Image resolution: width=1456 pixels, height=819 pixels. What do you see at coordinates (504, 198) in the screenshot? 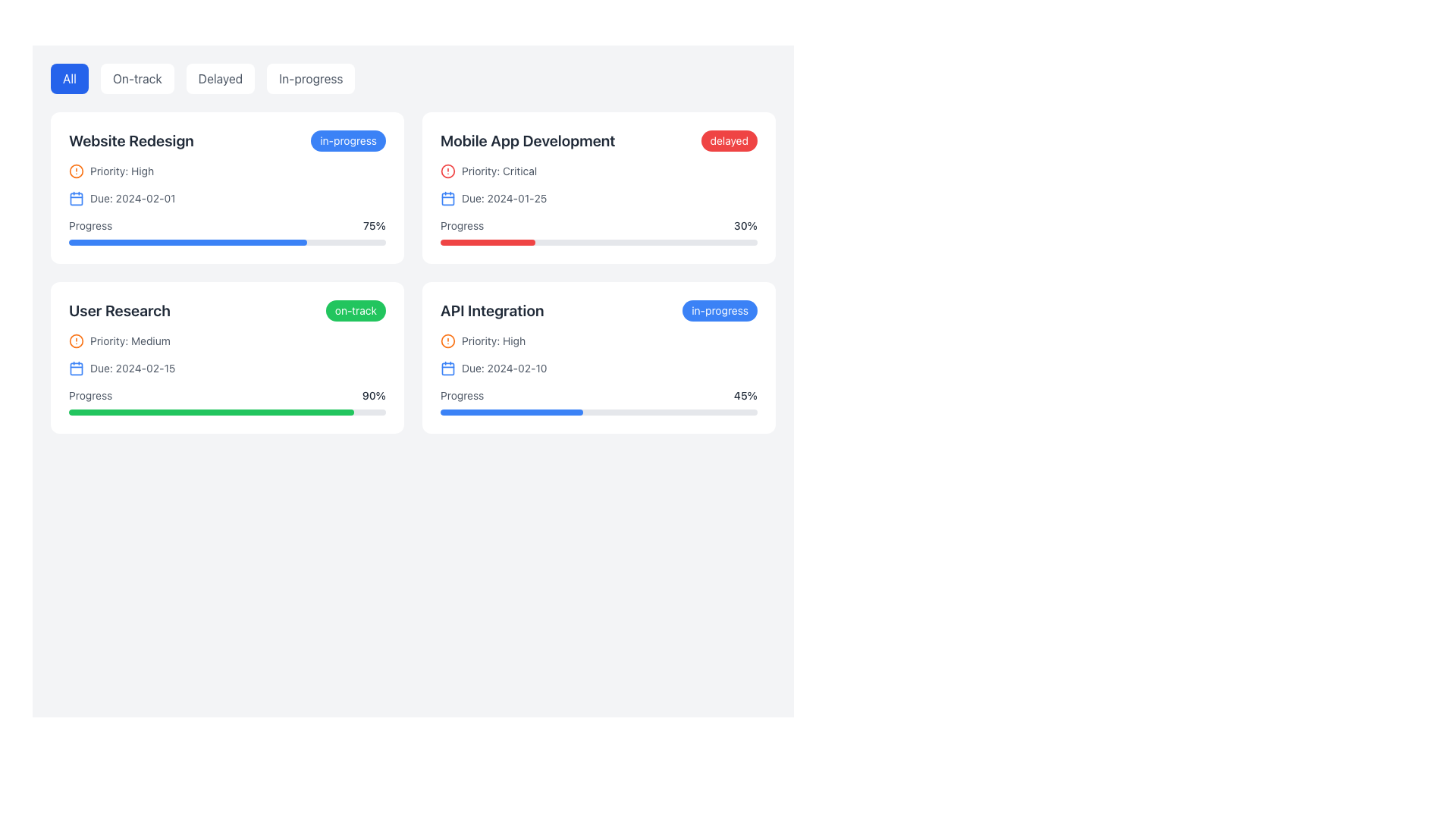
I see `the Text label displaying 'Due: 2024-01-25' located in the 'Mobile App Development' section, positioned above the progress bar and beside a calendar icon` at bounding box center [504, 198].